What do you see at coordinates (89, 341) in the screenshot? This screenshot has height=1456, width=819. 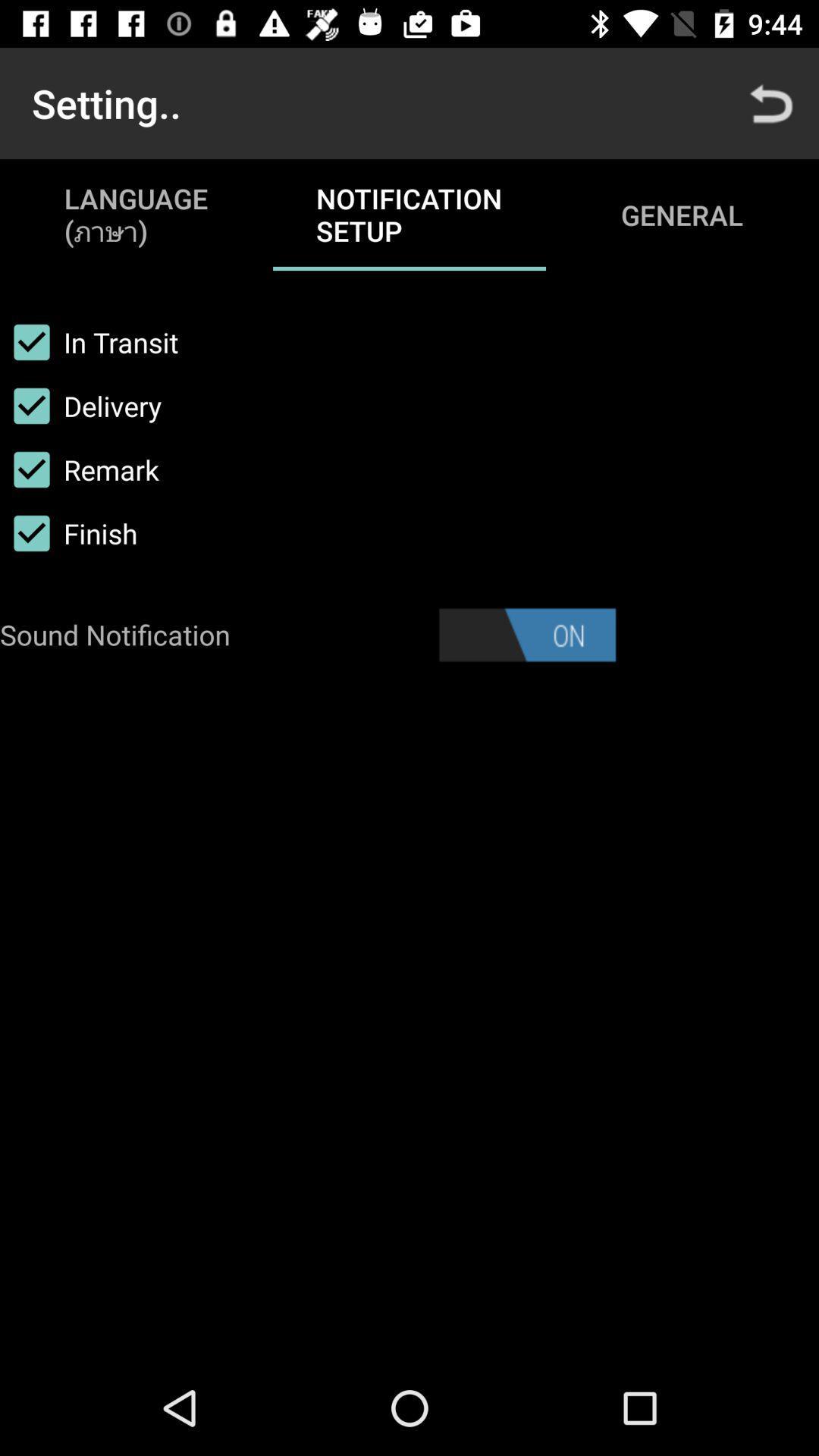 I see `the checkbox above delivery item` at bounding box center [89, 341].